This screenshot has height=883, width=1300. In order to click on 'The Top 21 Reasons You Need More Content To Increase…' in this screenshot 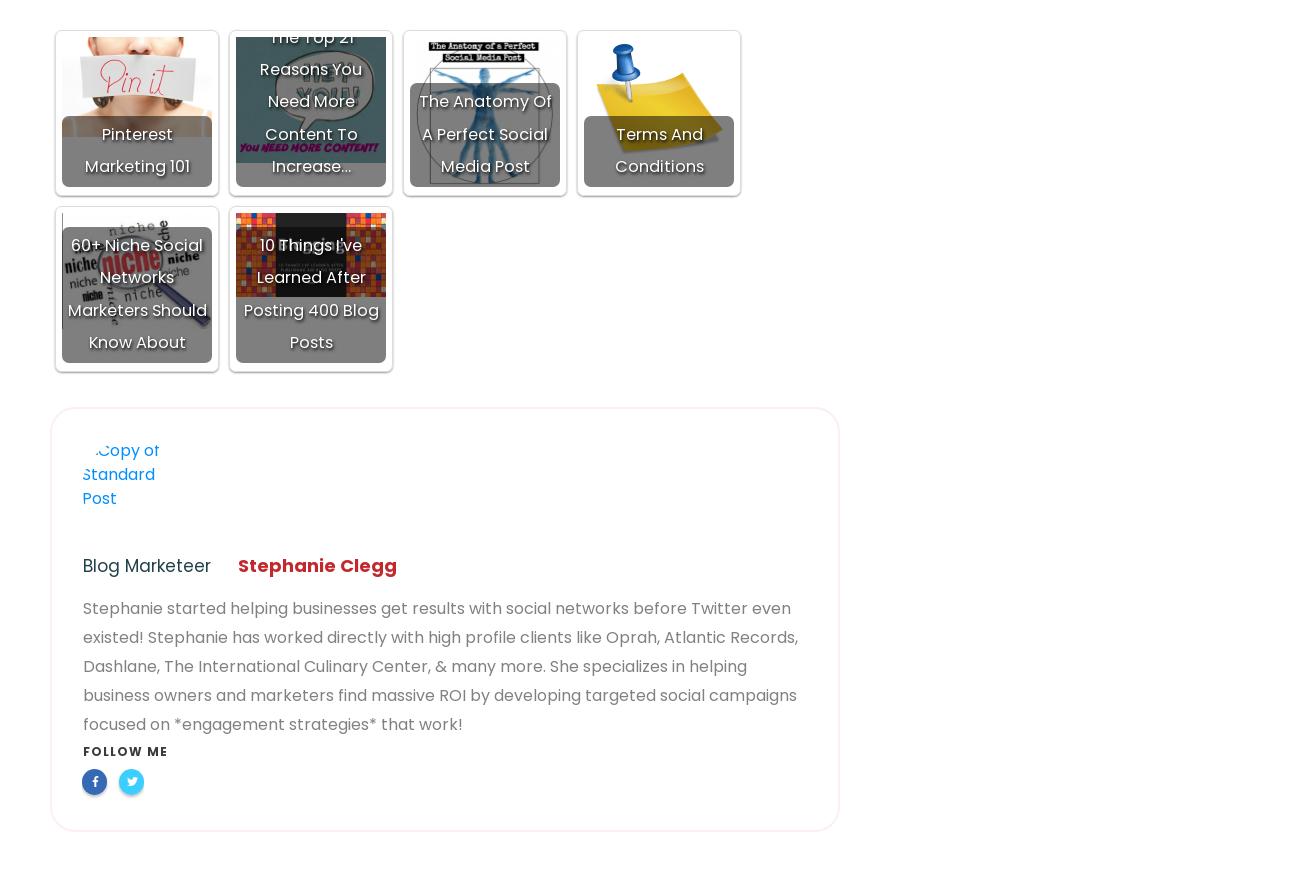, I will do `click(310, 101)`.